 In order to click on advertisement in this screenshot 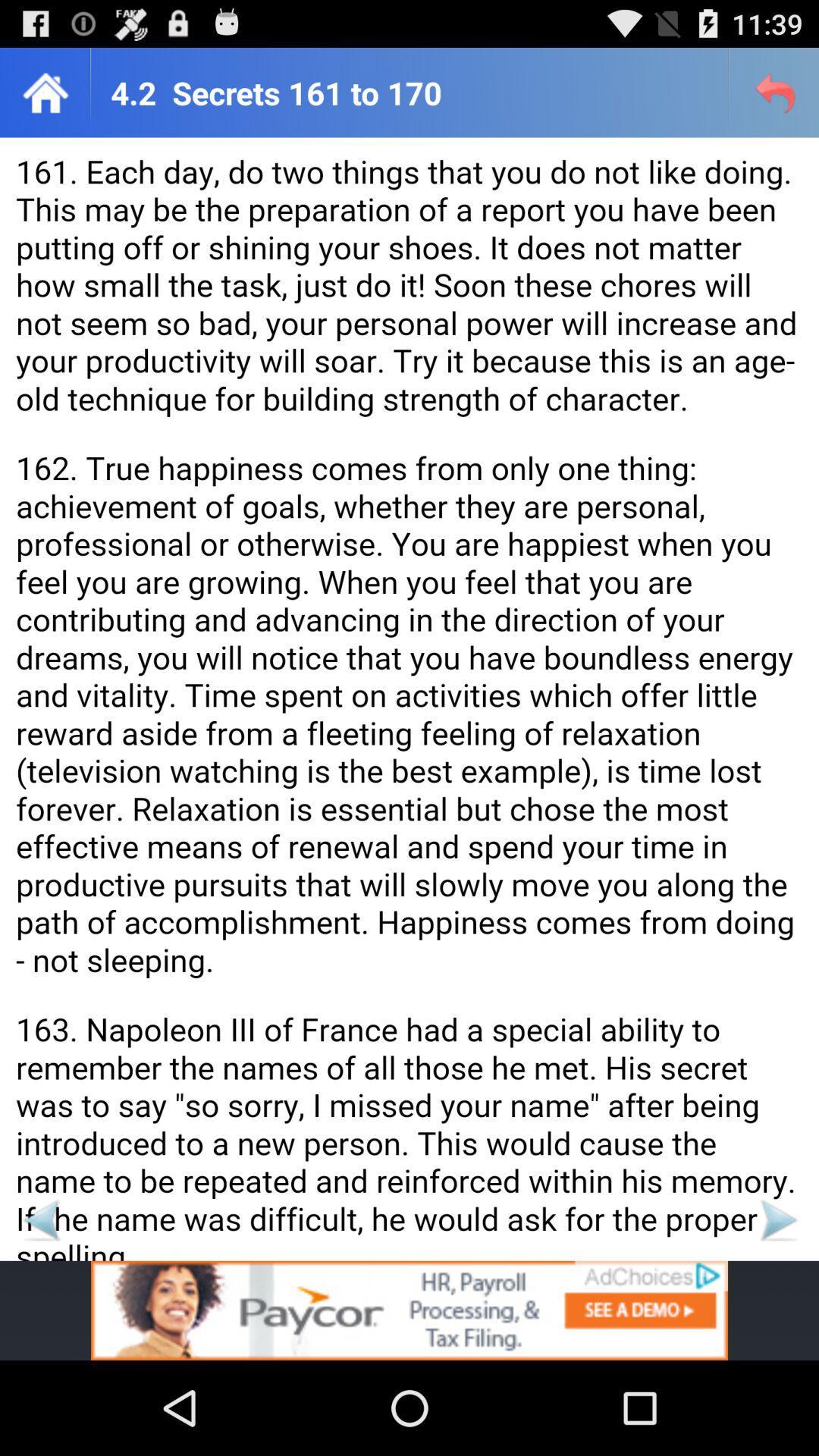, I will do `click(40, 1219)`.